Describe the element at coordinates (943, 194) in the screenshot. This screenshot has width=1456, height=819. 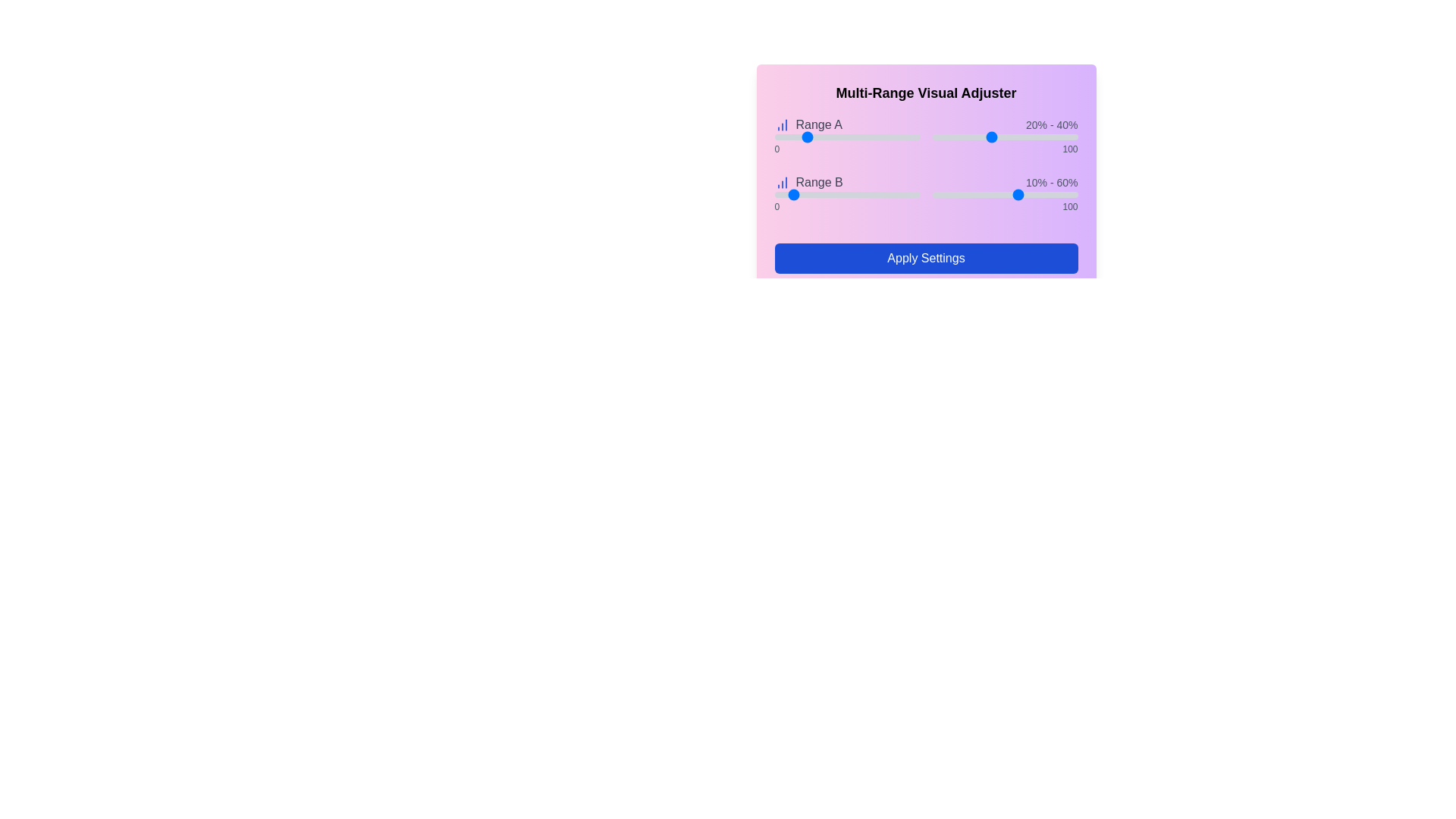
I see `the Range B slider` at that location.